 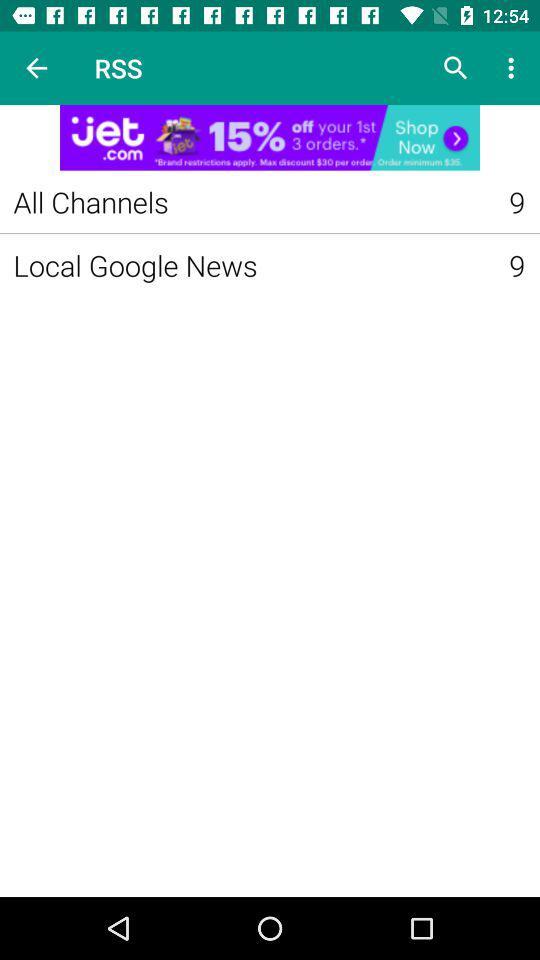 What do you see at coordinates (455, 68) in the screenshot?
I see `search` at bounding box center [455, 68].